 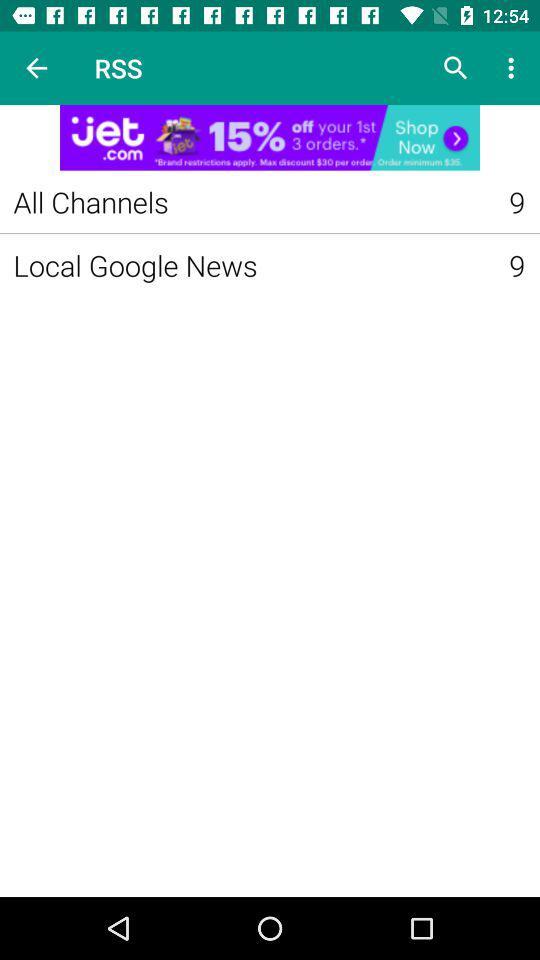 What do you see at coordinates (455, 68) in the screenshot?
I see `search` at bounding box center [455, 68].